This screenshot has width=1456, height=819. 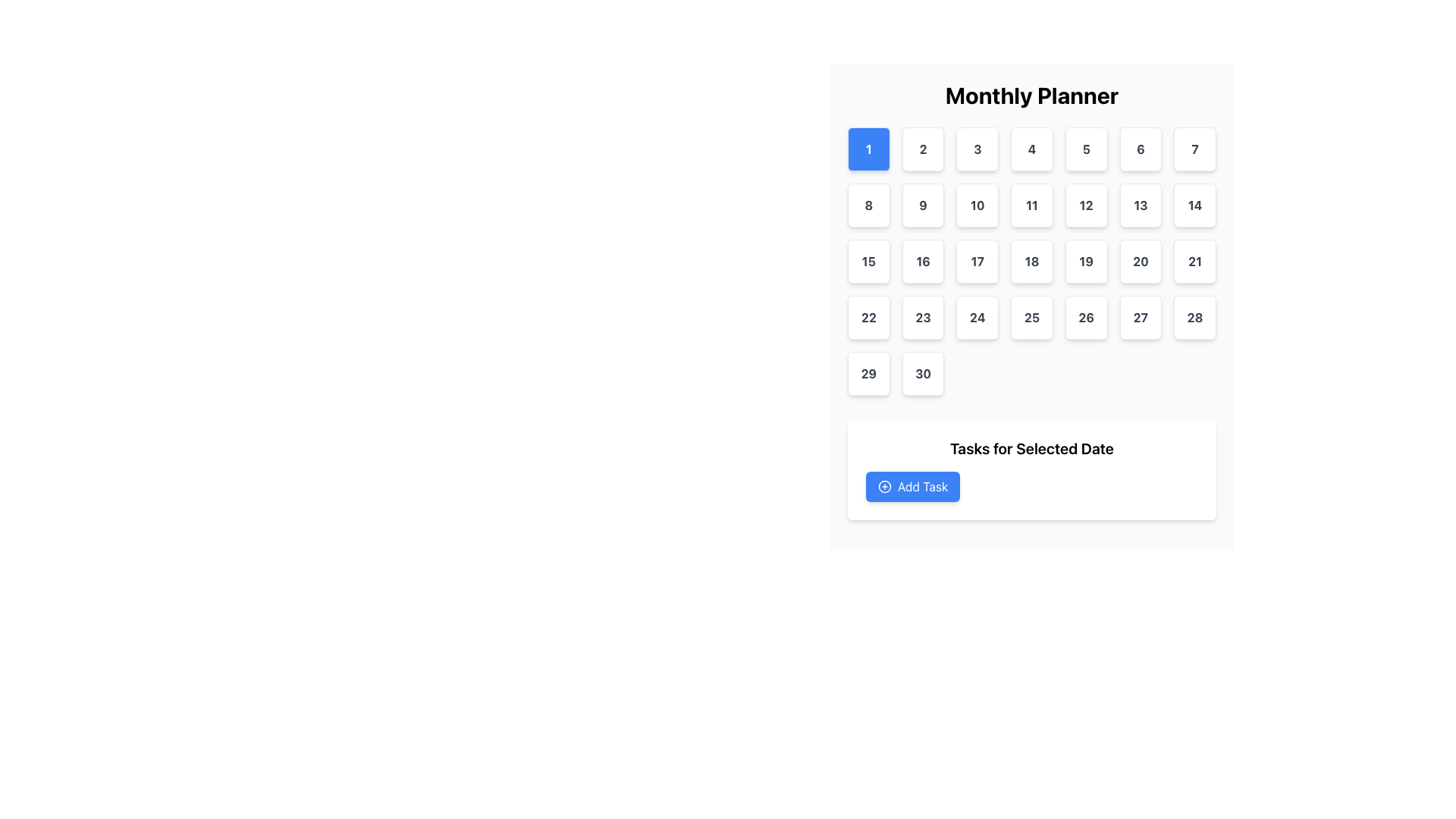 What do you see at coordinates (868, 317) in the screenshot?
I see `the square button with rounded corners and dark gray text '22'` at bounding box center [868, 317].